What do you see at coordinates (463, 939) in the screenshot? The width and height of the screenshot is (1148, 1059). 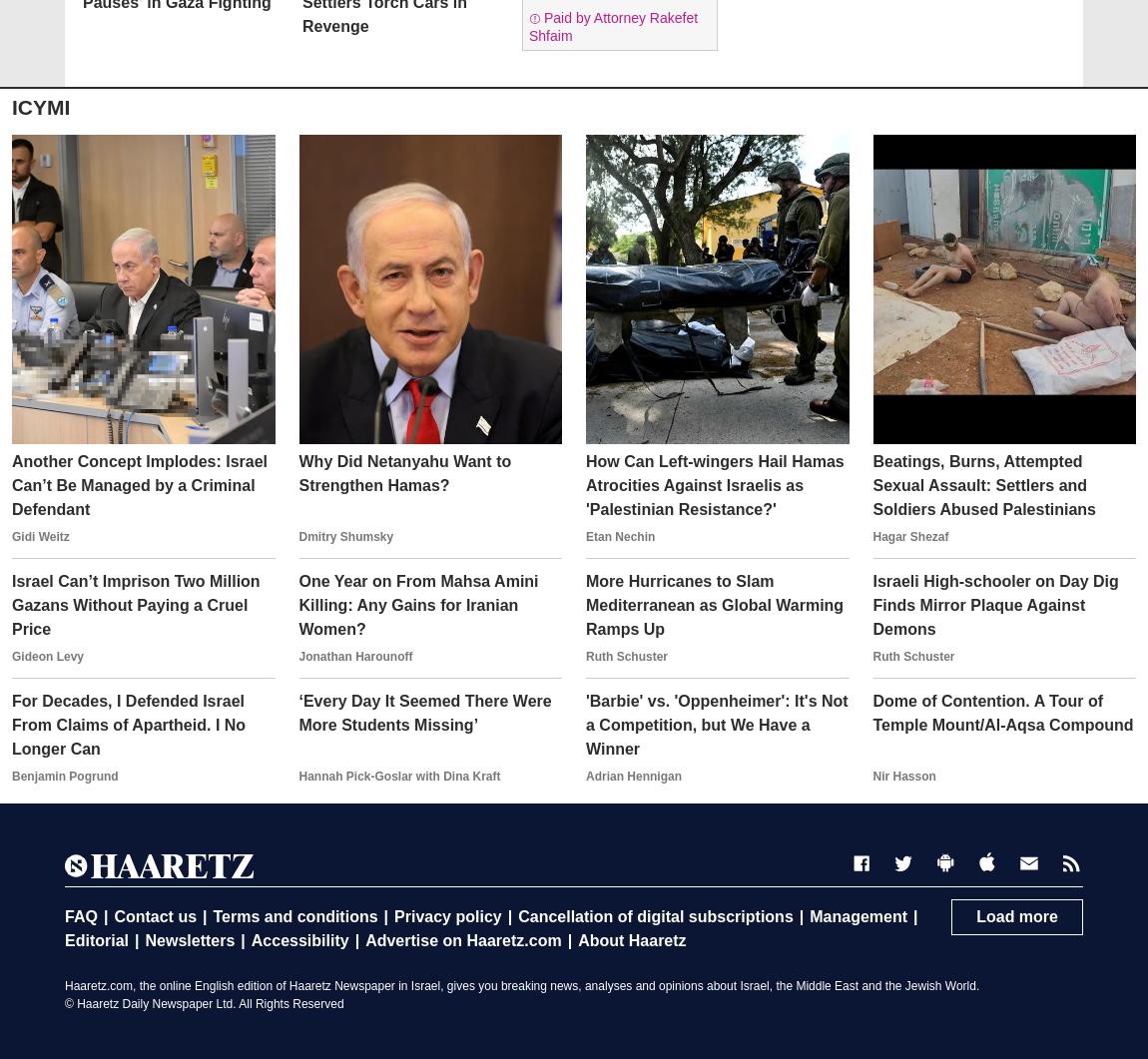 I see `'Advertise on Haaretz.com'` at bounding box center [463, 939].